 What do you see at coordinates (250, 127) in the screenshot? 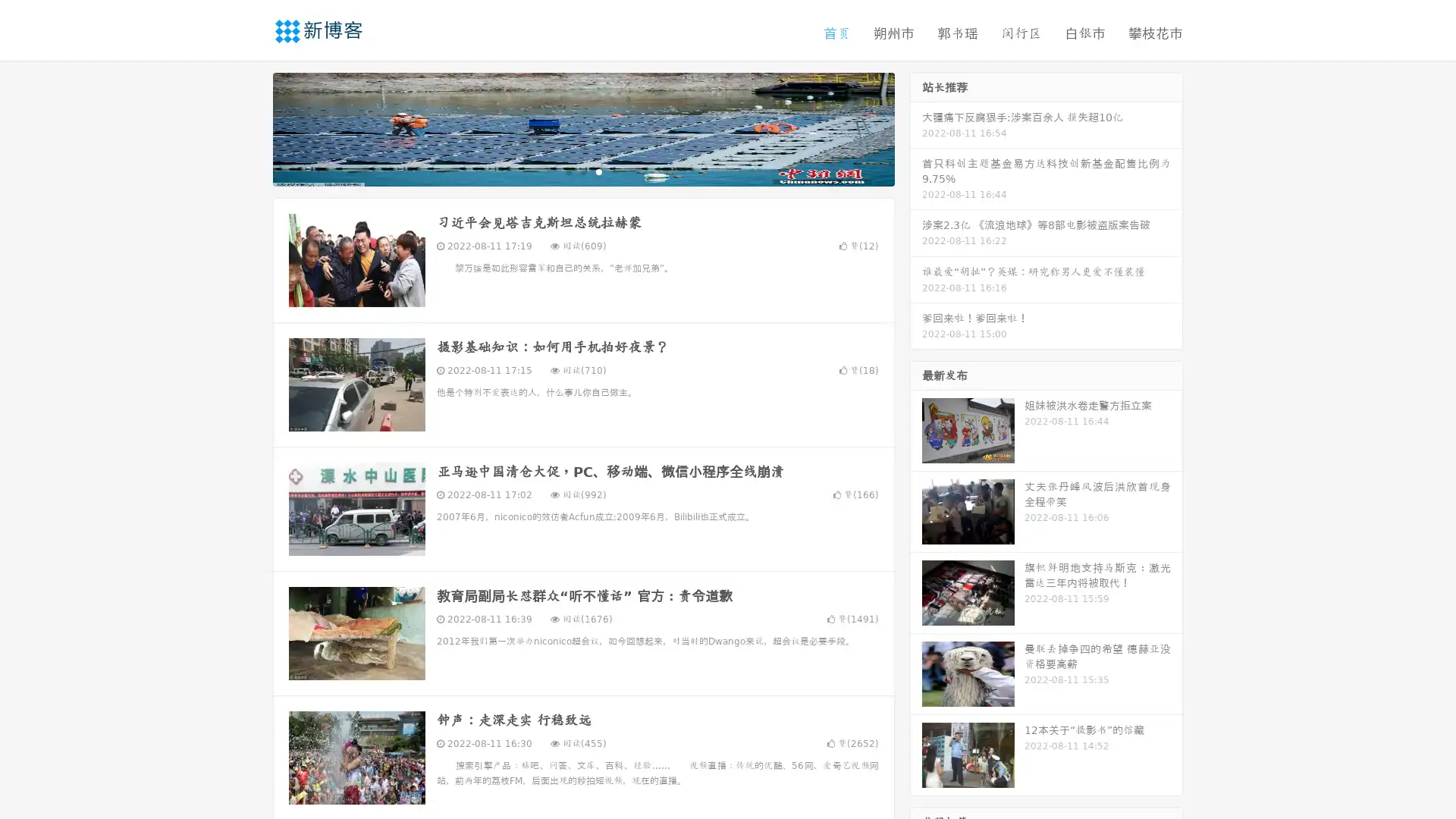
I see `Previous slide` at bounding box center [250, 127].